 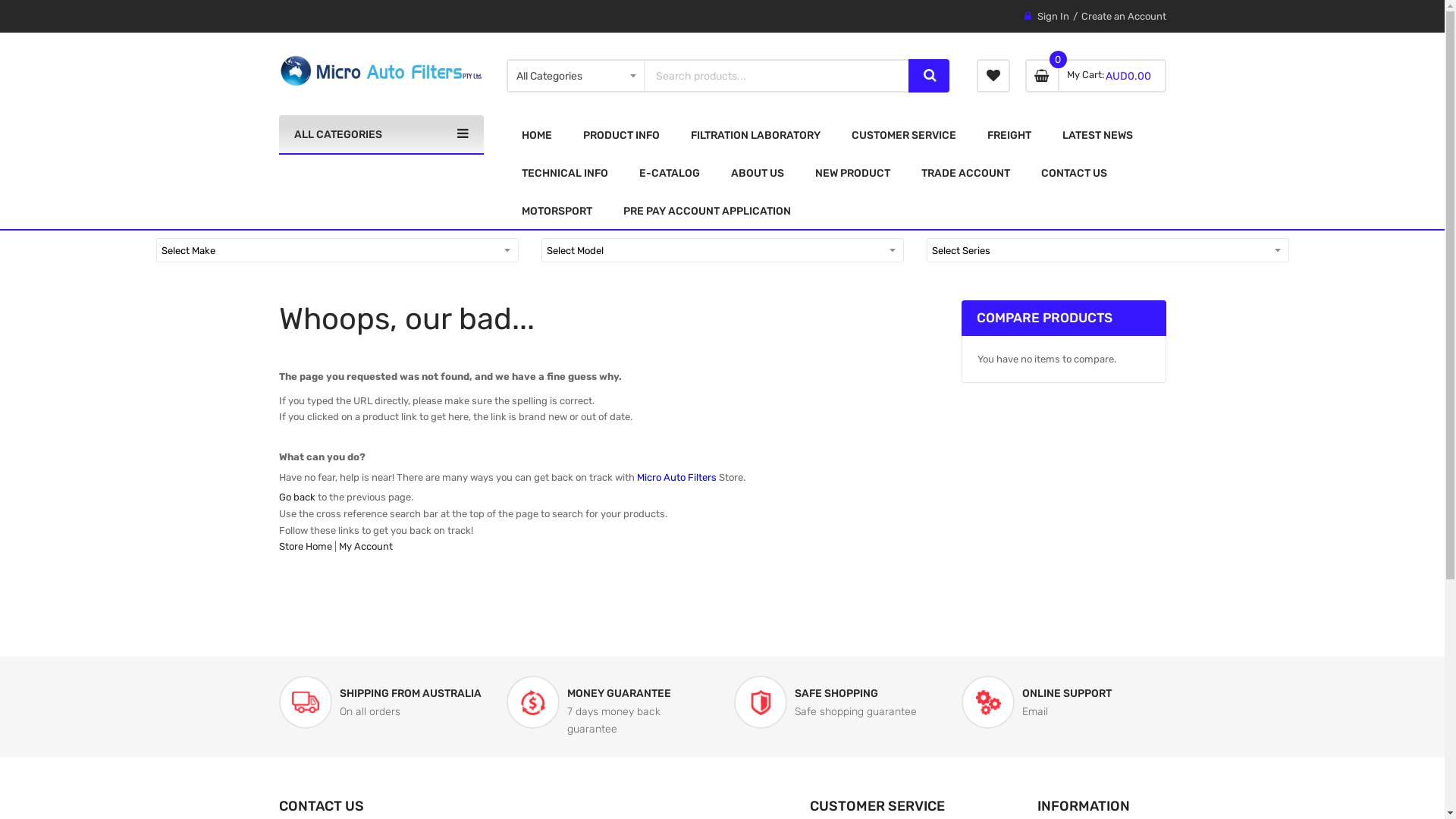 What do you see at coordinates (927, 76) in the screenshot?
I see `'Search'` at bounding box center [927, 76].